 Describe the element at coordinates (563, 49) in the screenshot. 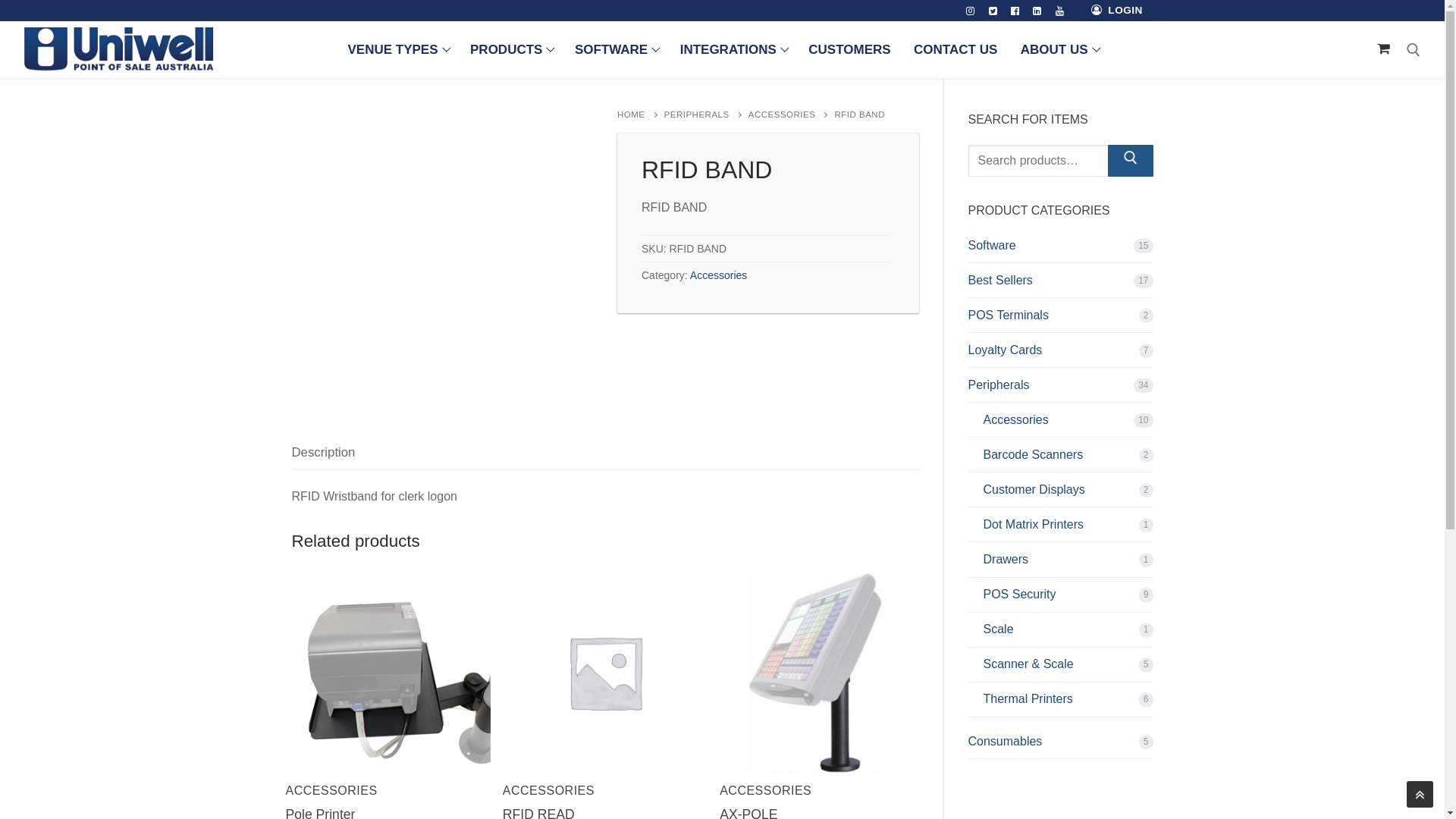

I see `'SOFTWARE` at that location.